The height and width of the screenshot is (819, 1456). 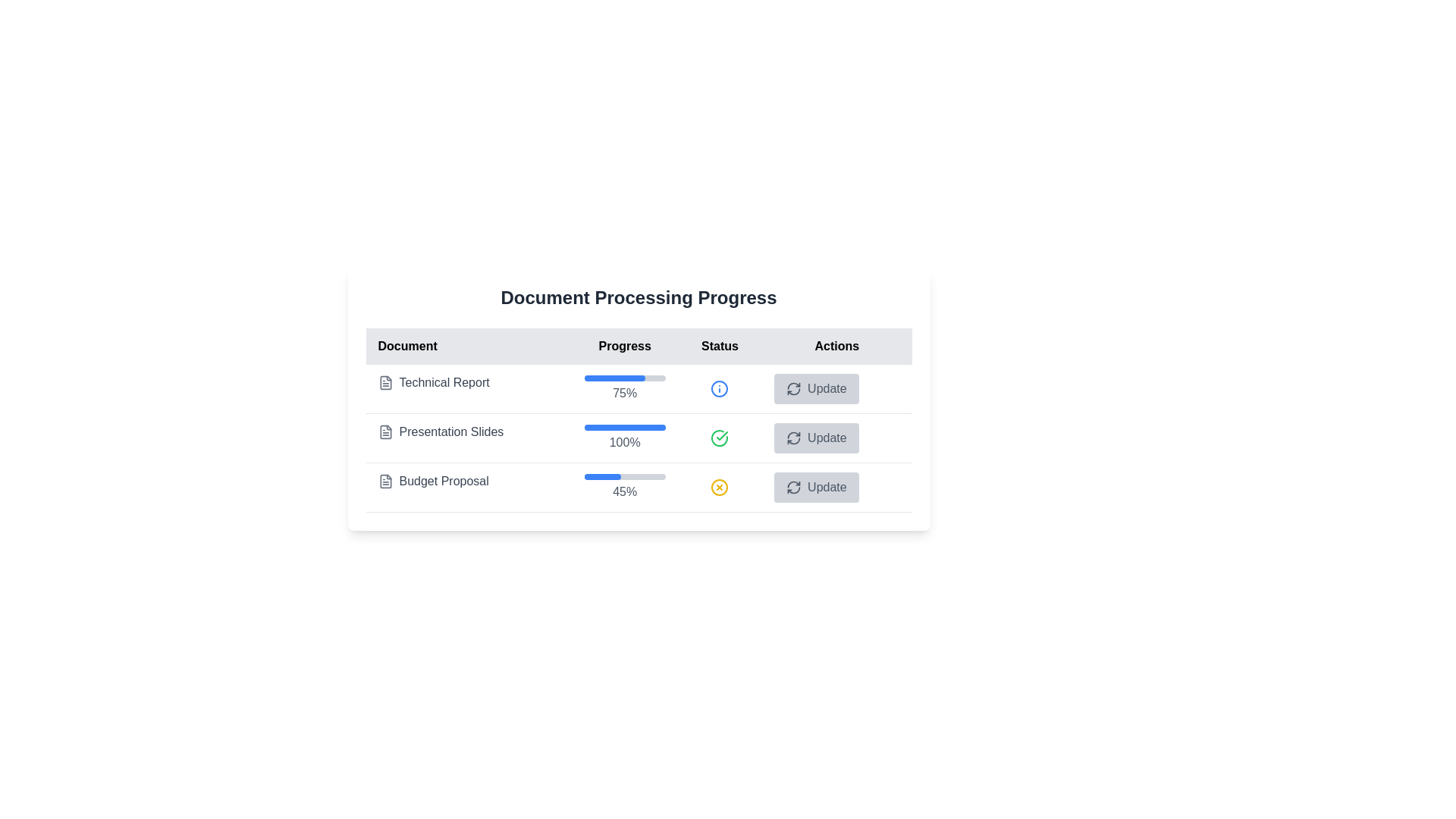 I want to click on the progress indicator displaying '100%' in blue, located in the 'Presentation Slides' row under the 'Progress' column, so click(x=639, y=438).